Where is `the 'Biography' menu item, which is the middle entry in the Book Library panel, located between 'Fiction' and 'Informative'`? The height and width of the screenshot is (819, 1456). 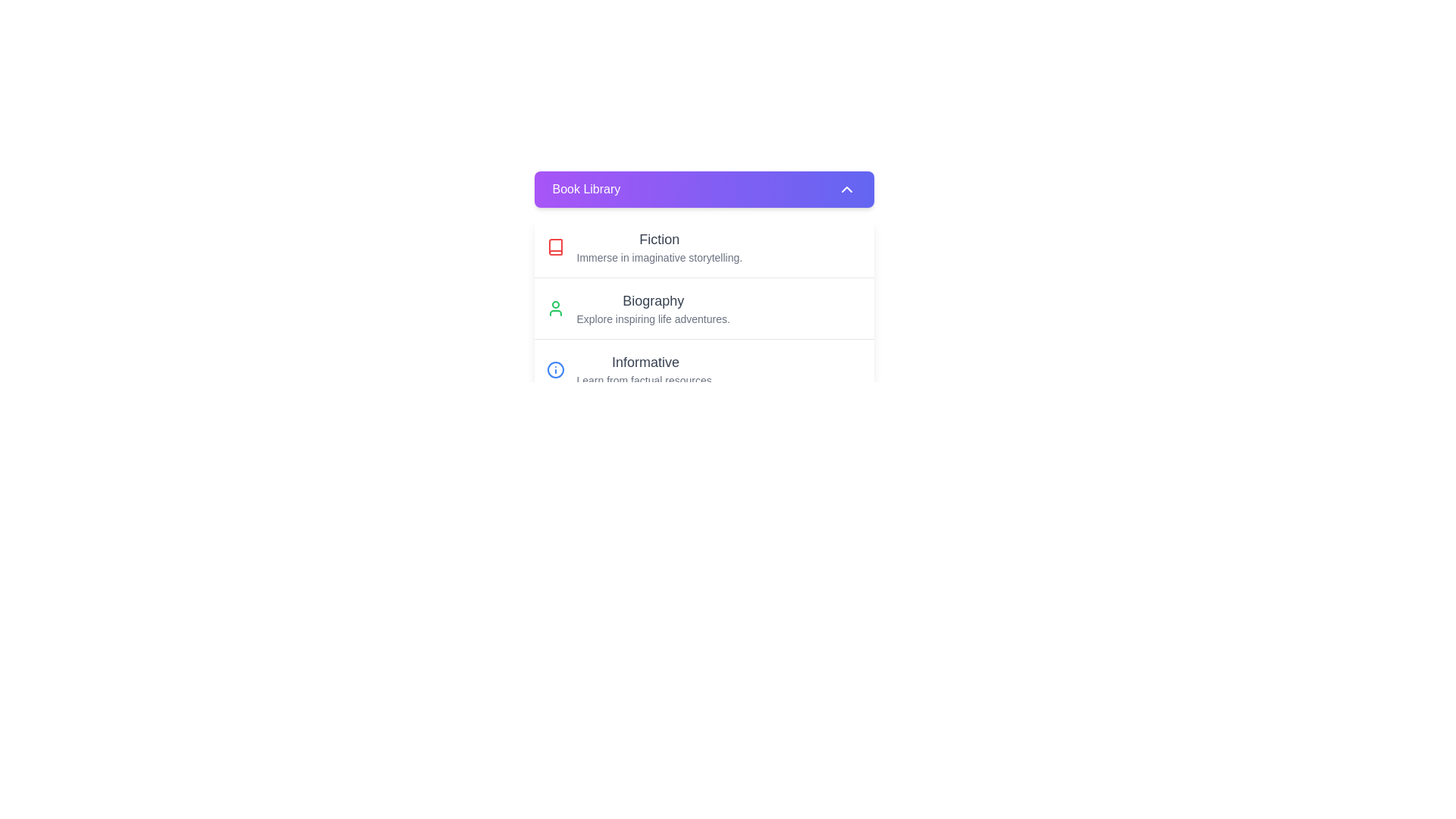 the 'Biography' menu item, which is the middle entry in the Book Library panel, located between 'Fiction' and 'Informative' is located at coordinates (703, 307).